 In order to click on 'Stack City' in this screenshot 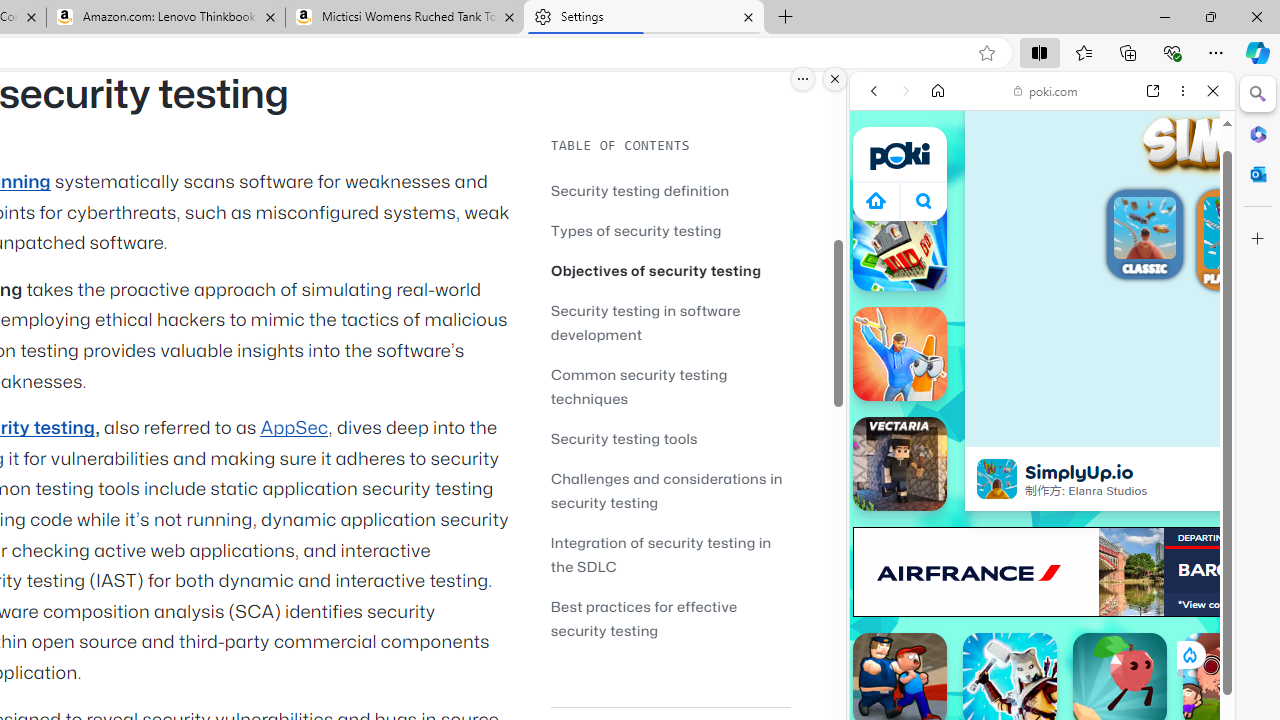, I will do `click(898, 243)`.